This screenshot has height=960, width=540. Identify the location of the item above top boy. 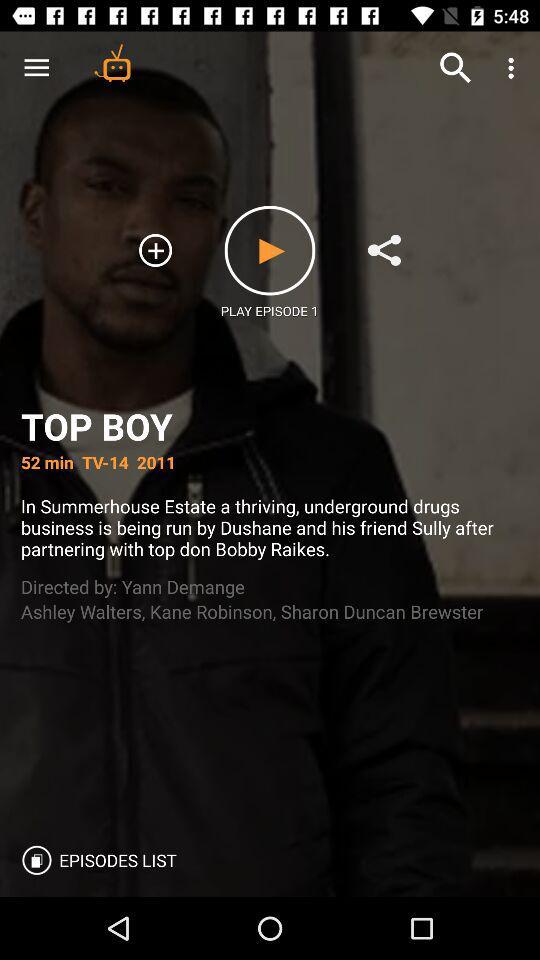
(513, 68).